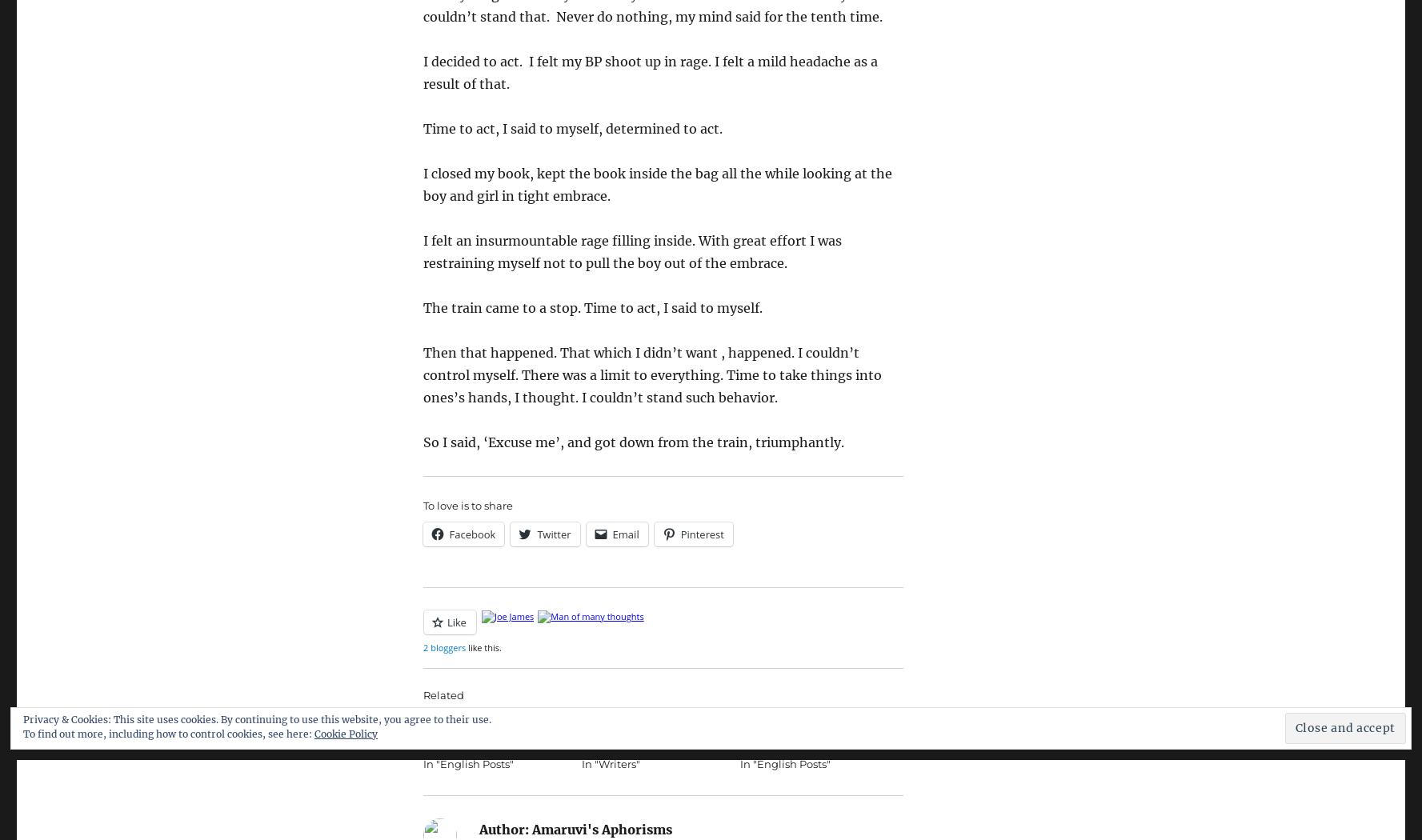 The height and width of the screenshot is (840, 1422). What do you see at coordinates (647, 720) in the screenshot?
I see `'In pursuit of a noble thing'` at bounding box center [647, 720].